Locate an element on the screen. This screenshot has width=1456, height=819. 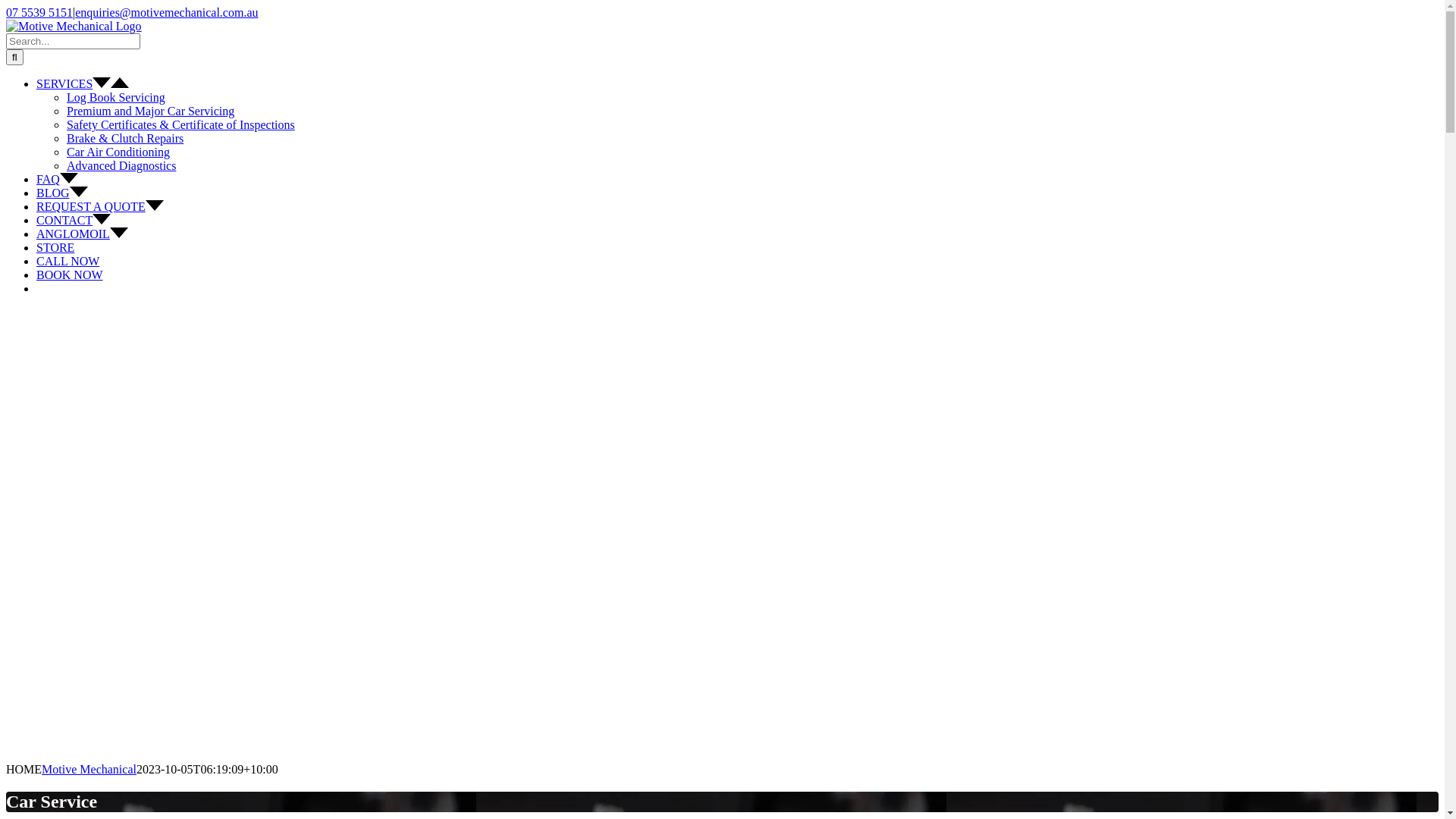
'Skip to content' is located at coordinates (5, 5).